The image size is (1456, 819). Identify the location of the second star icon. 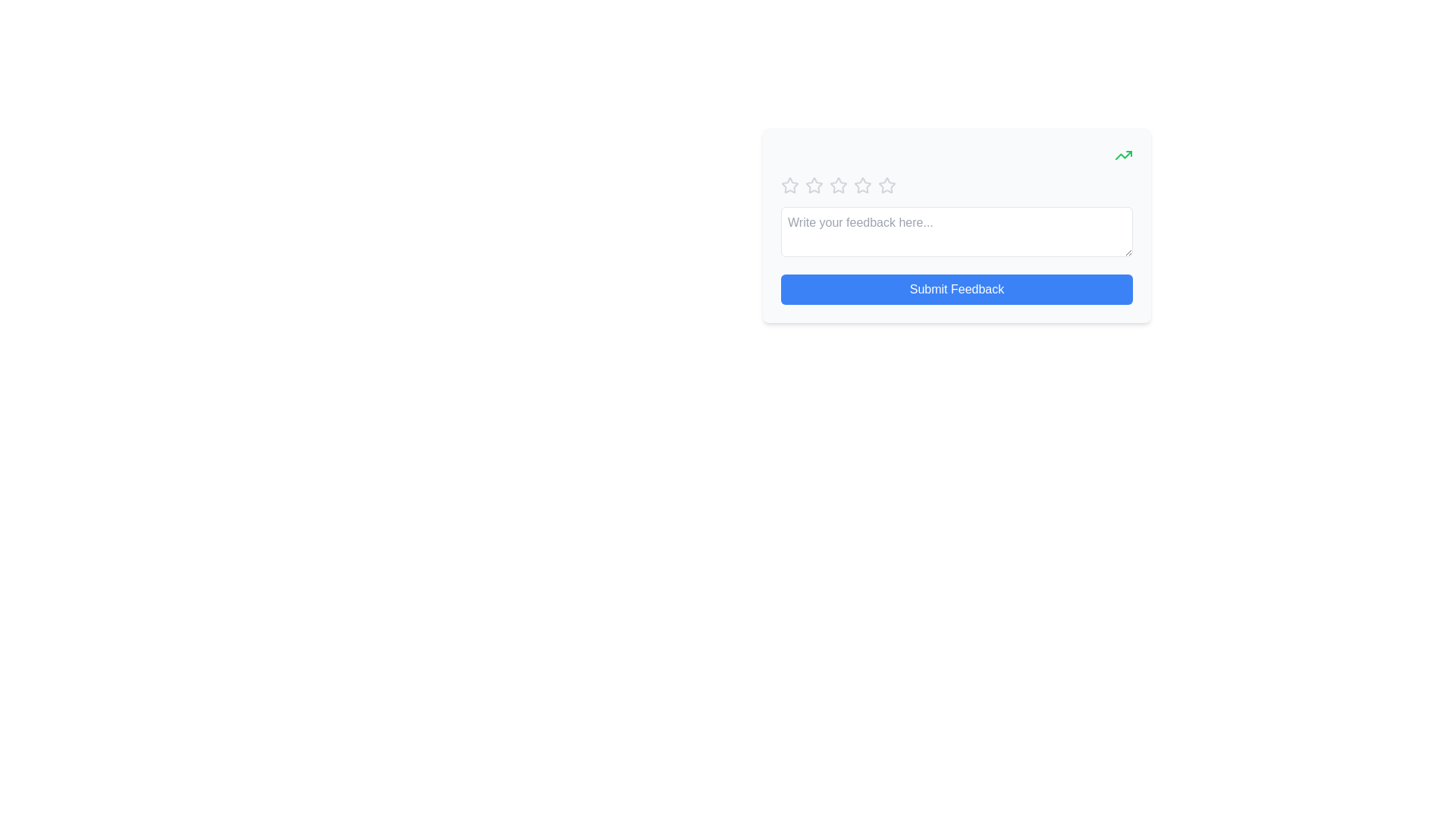
(837, 184).